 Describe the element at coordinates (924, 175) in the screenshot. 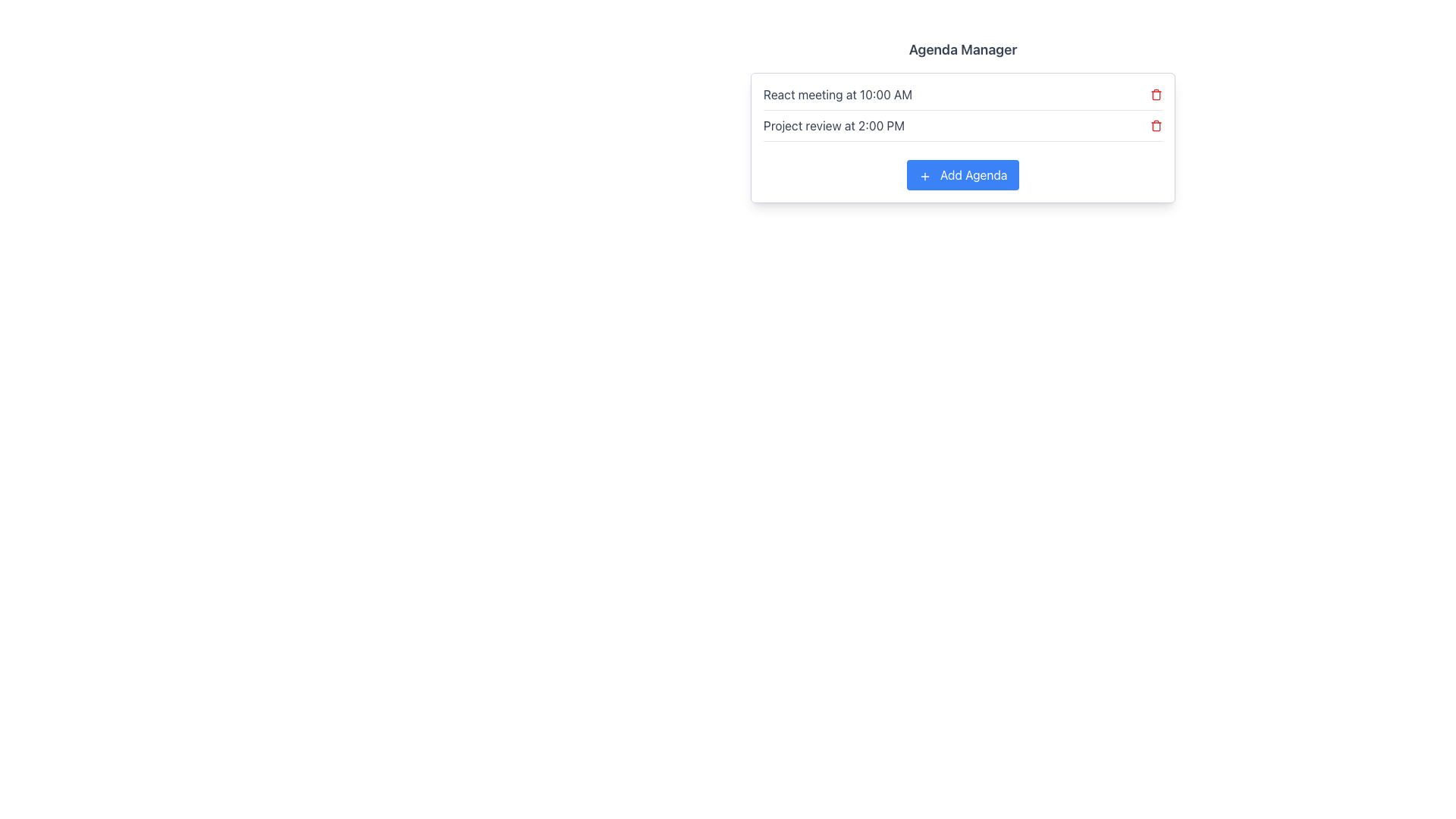

I see `the SVG icon representing the action of adding a new agenda, located on the left side of the 'Add Agenda' button` at that location.